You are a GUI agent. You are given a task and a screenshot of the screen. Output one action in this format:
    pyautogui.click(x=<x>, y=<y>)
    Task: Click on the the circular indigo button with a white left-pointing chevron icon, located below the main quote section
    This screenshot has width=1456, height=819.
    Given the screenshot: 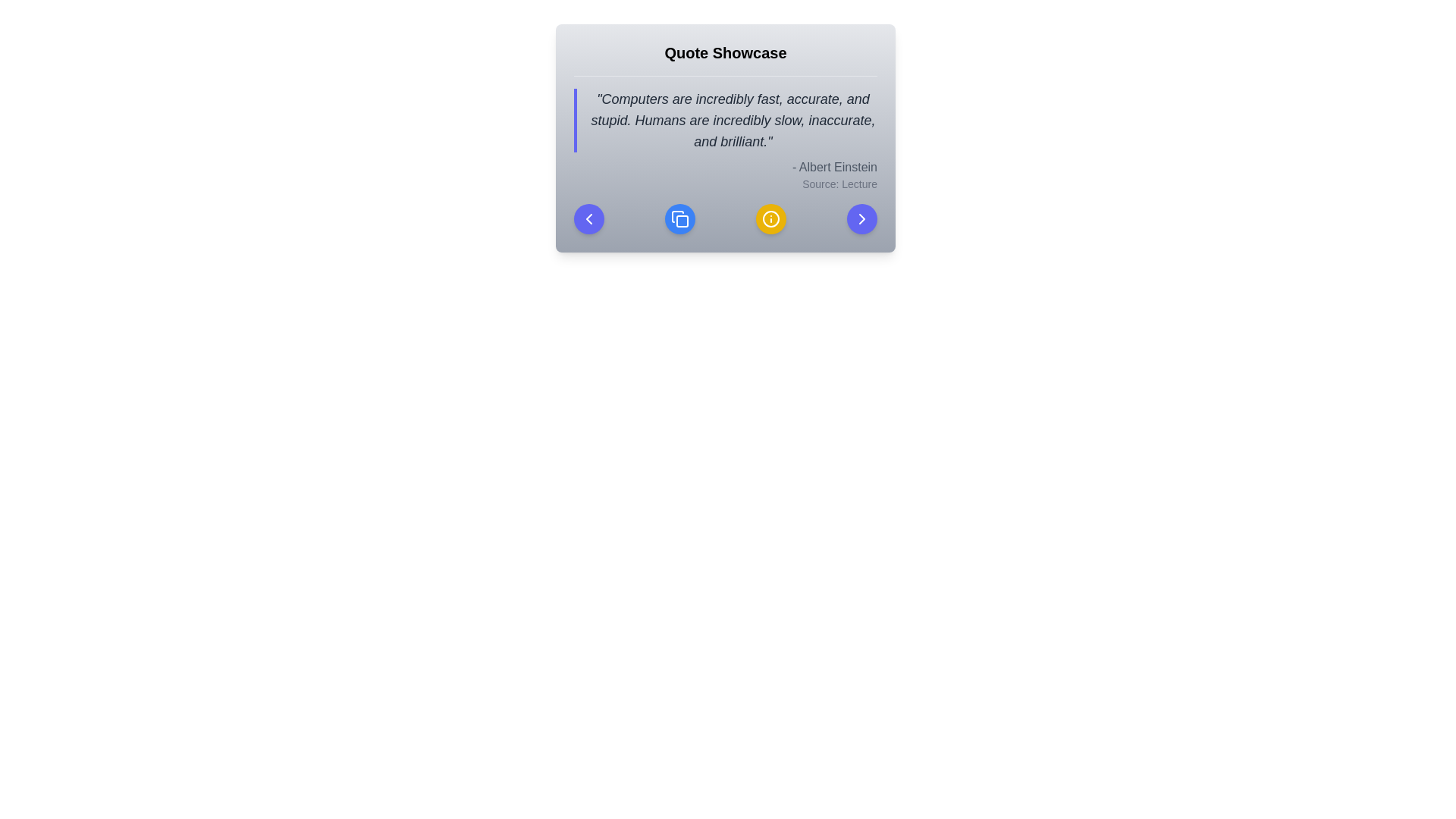 What is the action you would take?
    pyautogui.click(x=588, y=219)
    